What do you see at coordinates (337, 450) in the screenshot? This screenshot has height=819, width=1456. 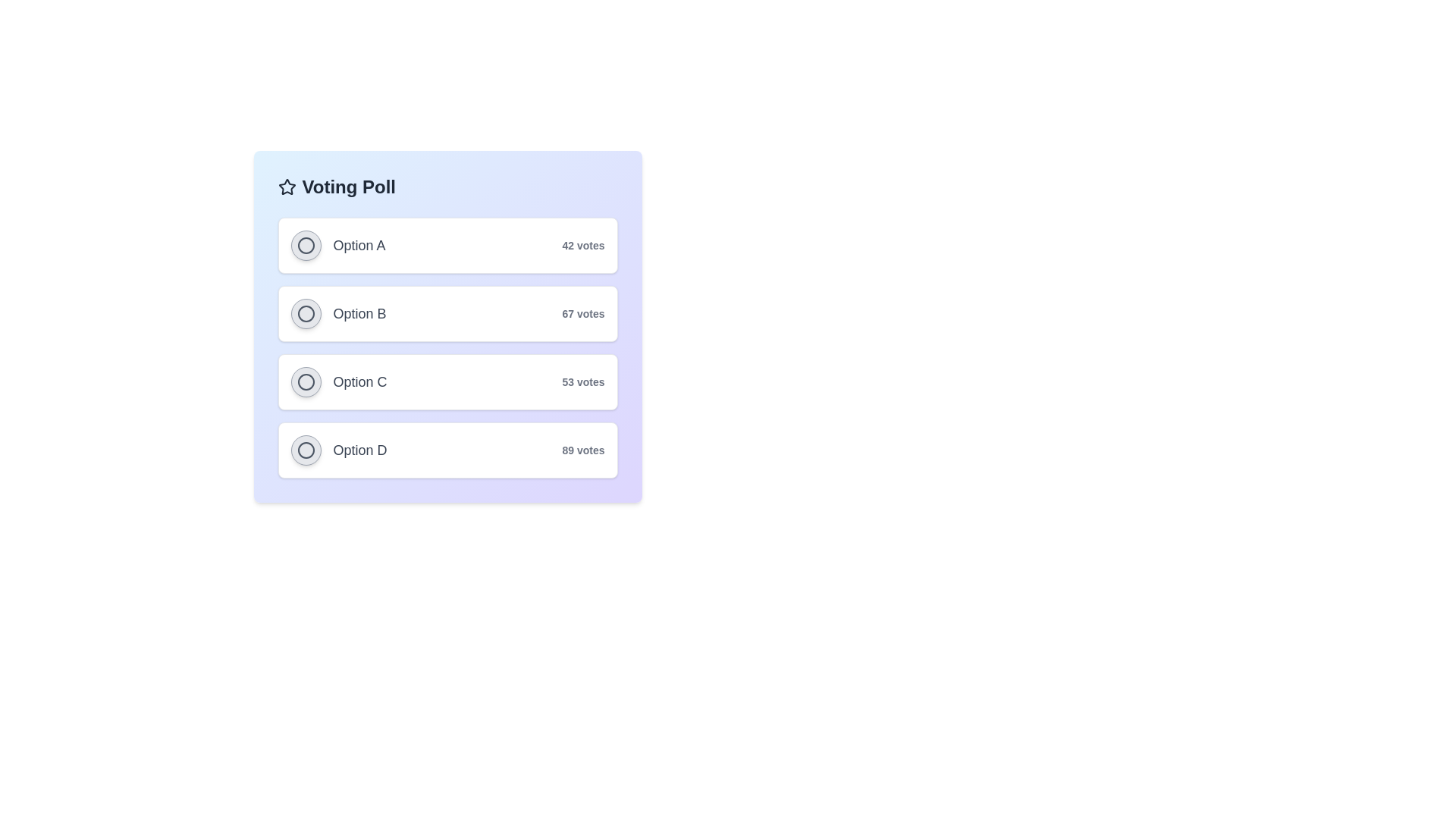 I see `the radio button for 'Option D'` at bounding box center [337, 450].